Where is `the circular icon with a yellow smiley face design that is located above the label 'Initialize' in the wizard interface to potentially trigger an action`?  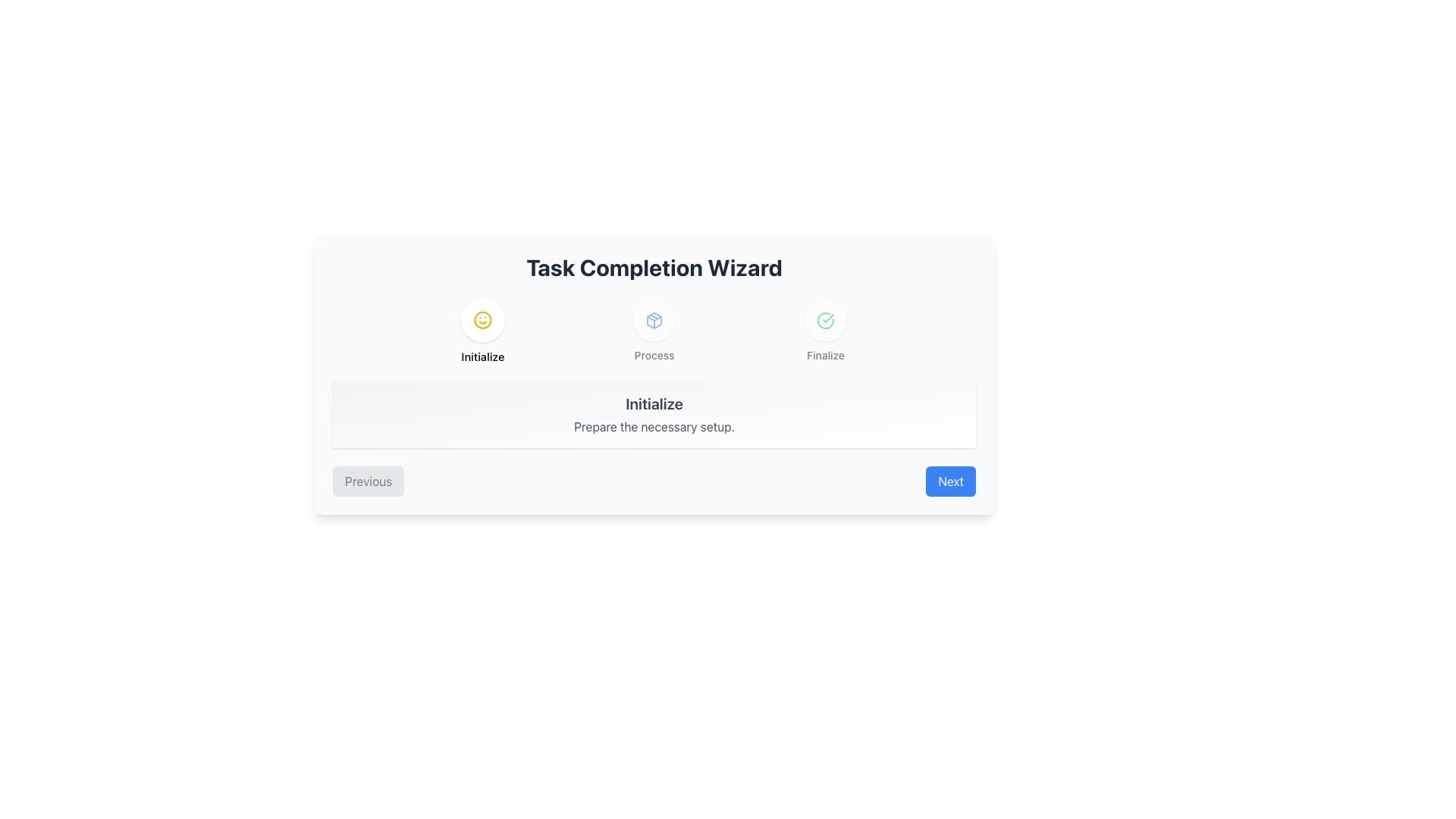 the circular icon with a yellow smiley face design that is located above the label 'Initialize' in the wizard interface to potentially trigger an action is located at coordinates (482, 318).